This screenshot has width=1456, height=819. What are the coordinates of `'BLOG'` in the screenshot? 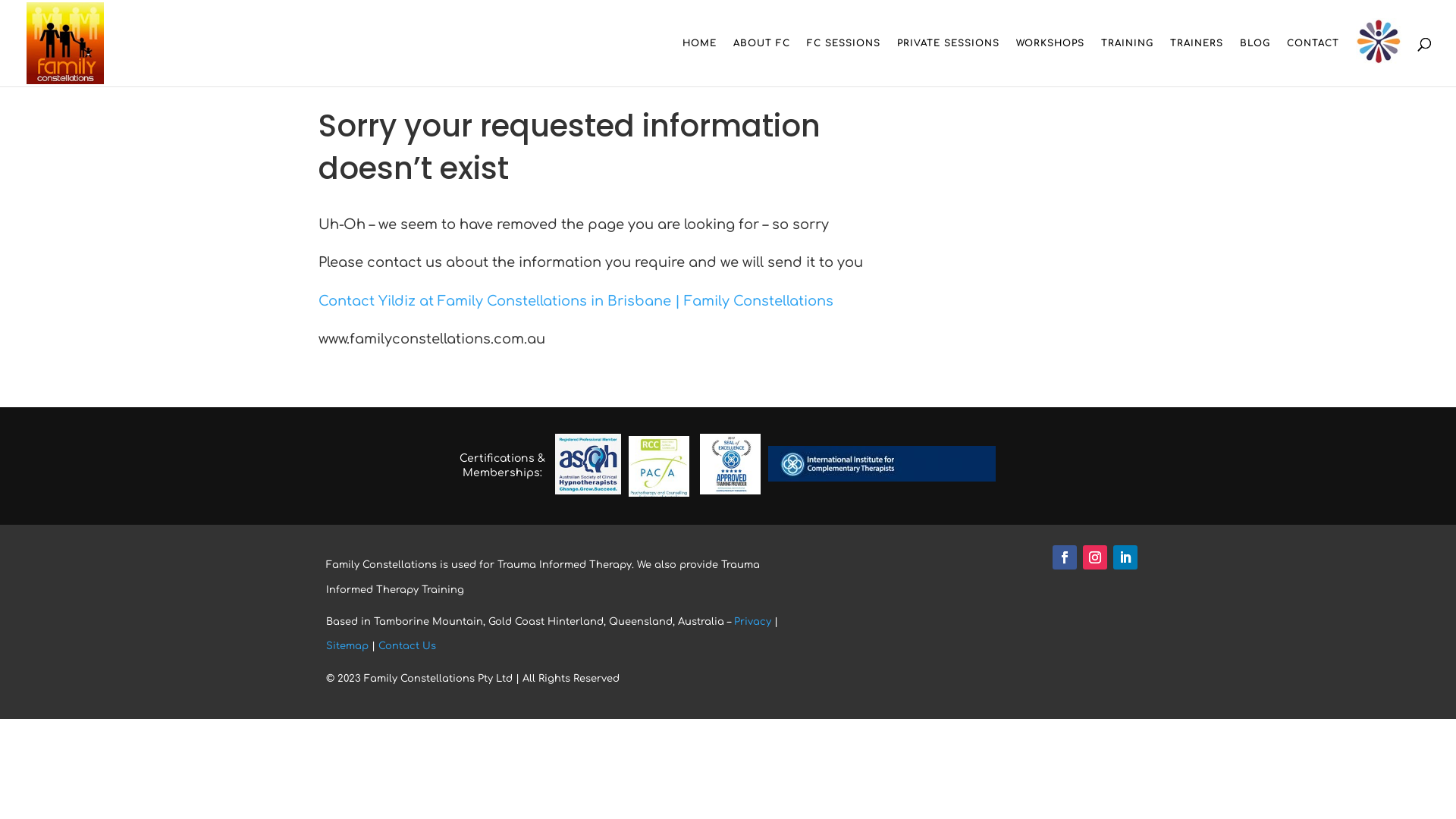 It's located at (1240, 61).